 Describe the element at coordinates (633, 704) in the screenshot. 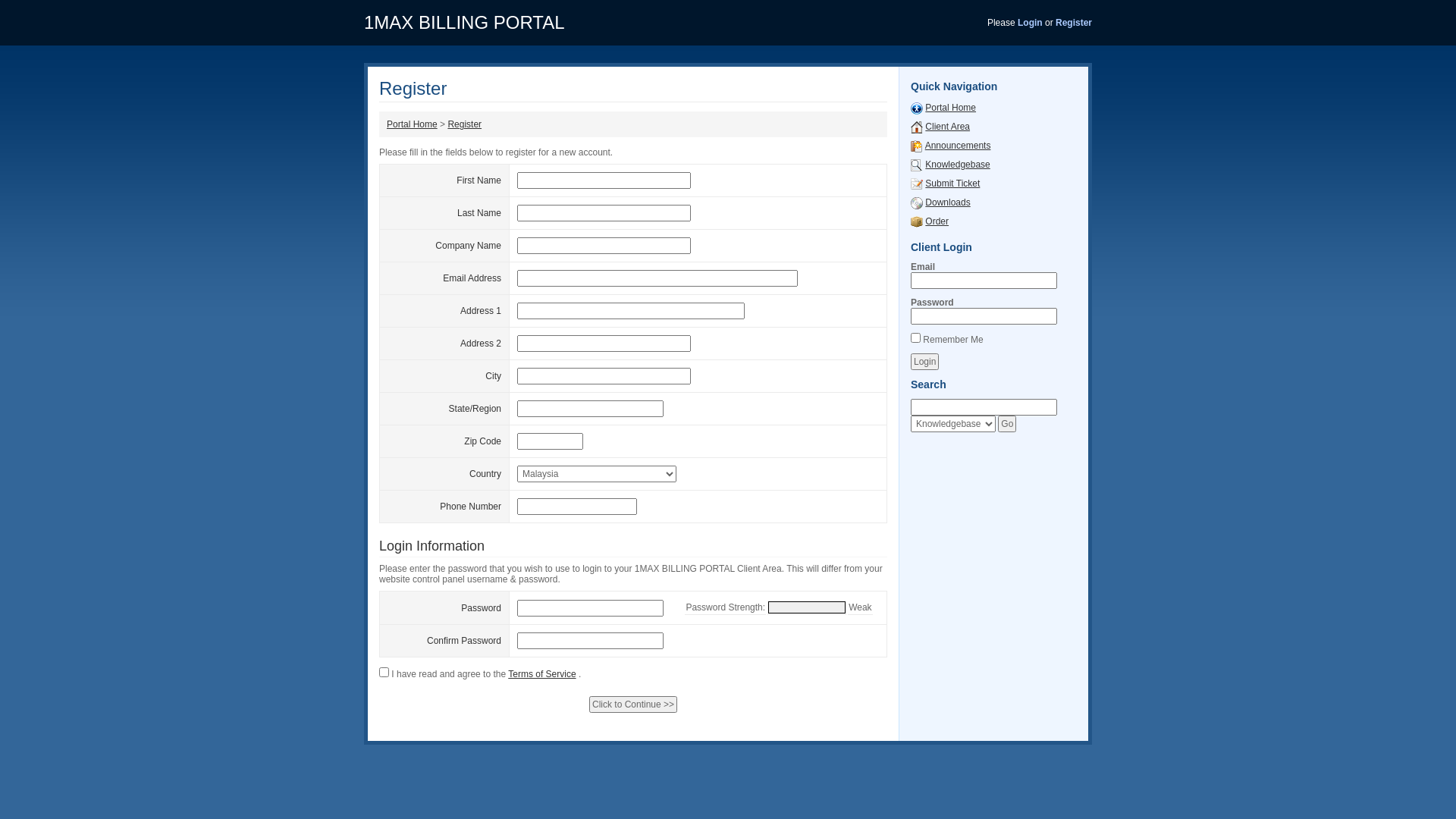

I see `'Click to Continue >>'` at that location.